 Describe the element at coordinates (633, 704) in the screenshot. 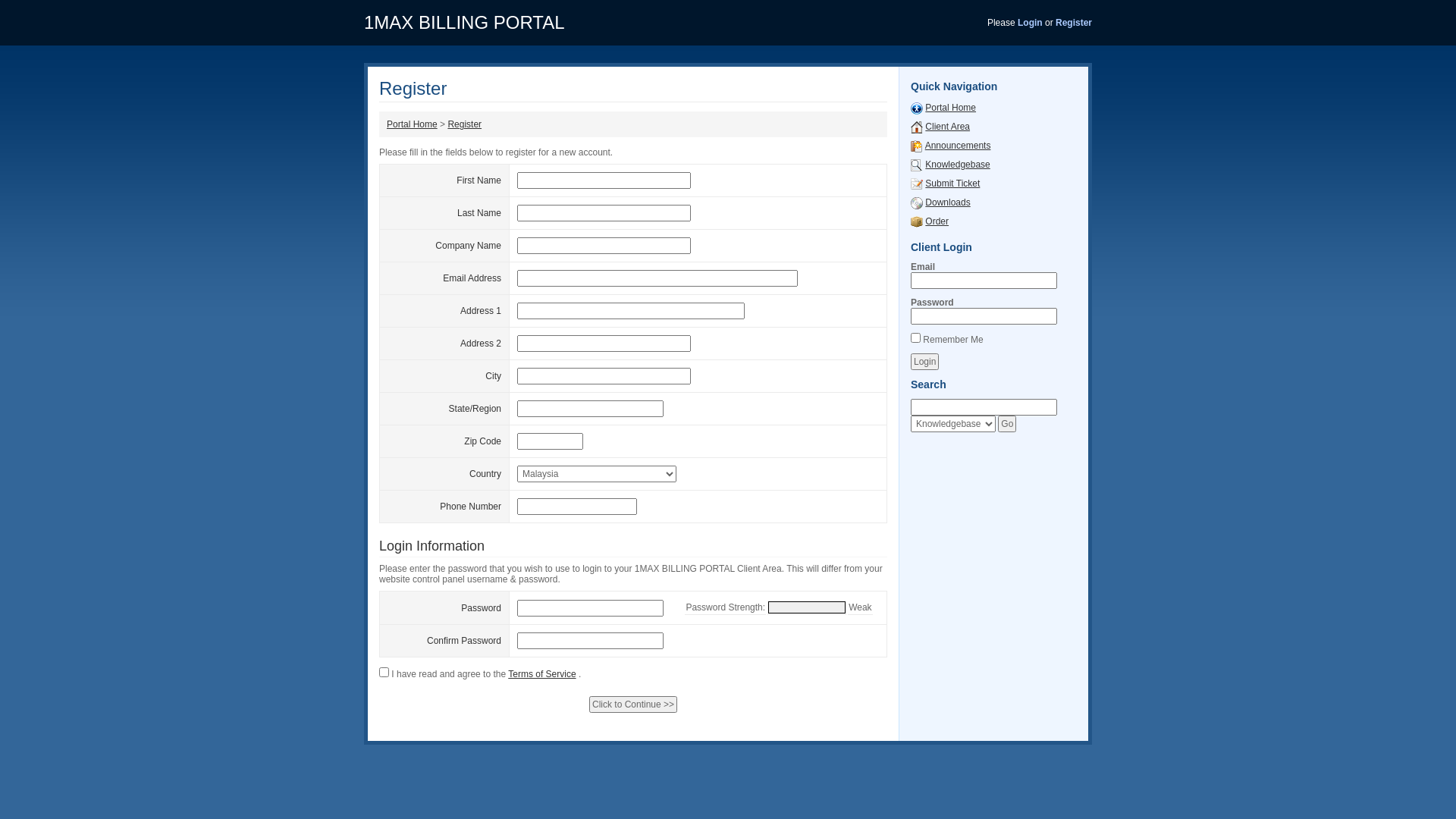

I see `'Click to Continue >>'` at that location.